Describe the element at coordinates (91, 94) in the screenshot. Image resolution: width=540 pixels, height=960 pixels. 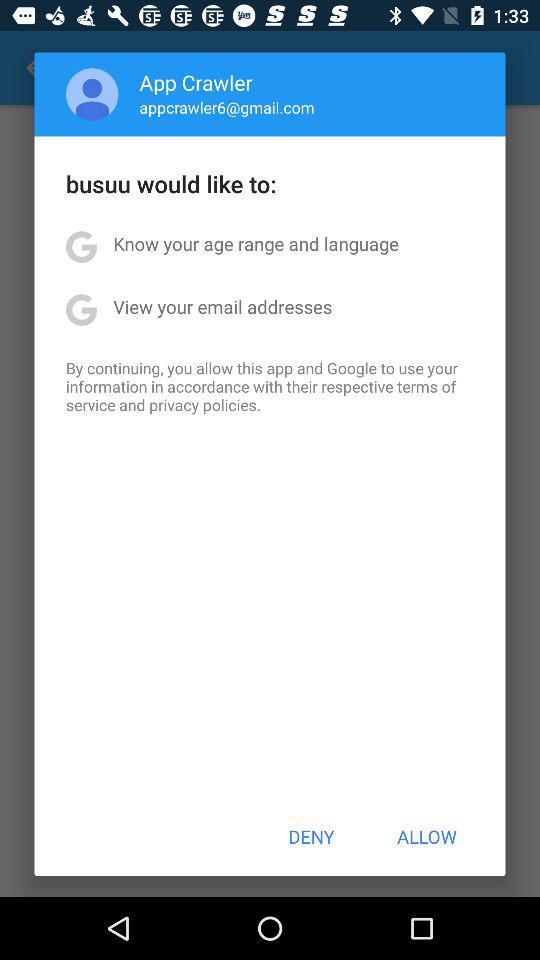
I see `app next to the app crawler app` at that location.